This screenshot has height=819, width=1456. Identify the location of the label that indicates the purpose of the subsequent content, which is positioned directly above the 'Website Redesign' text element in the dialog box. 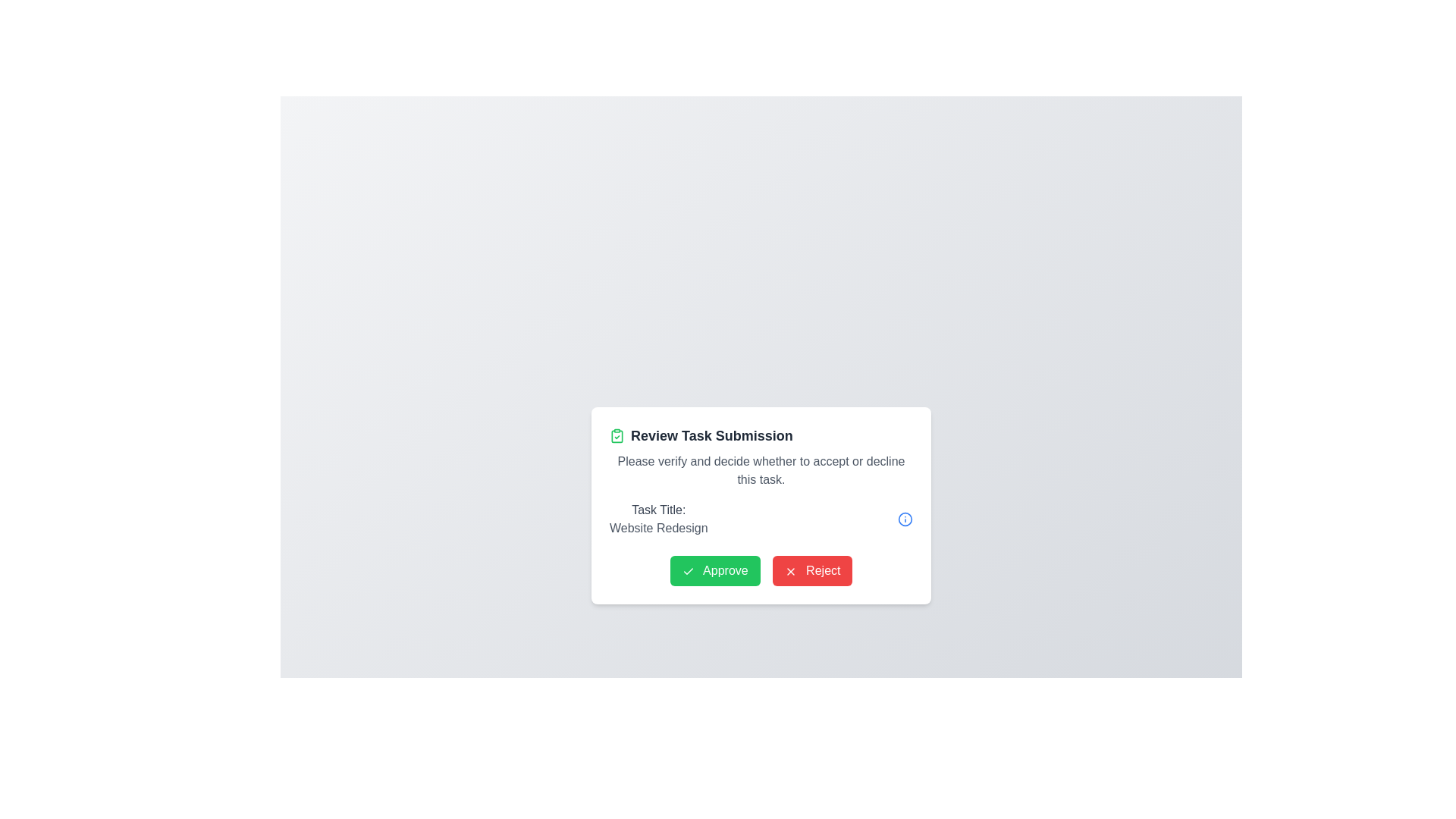
(658, 510).